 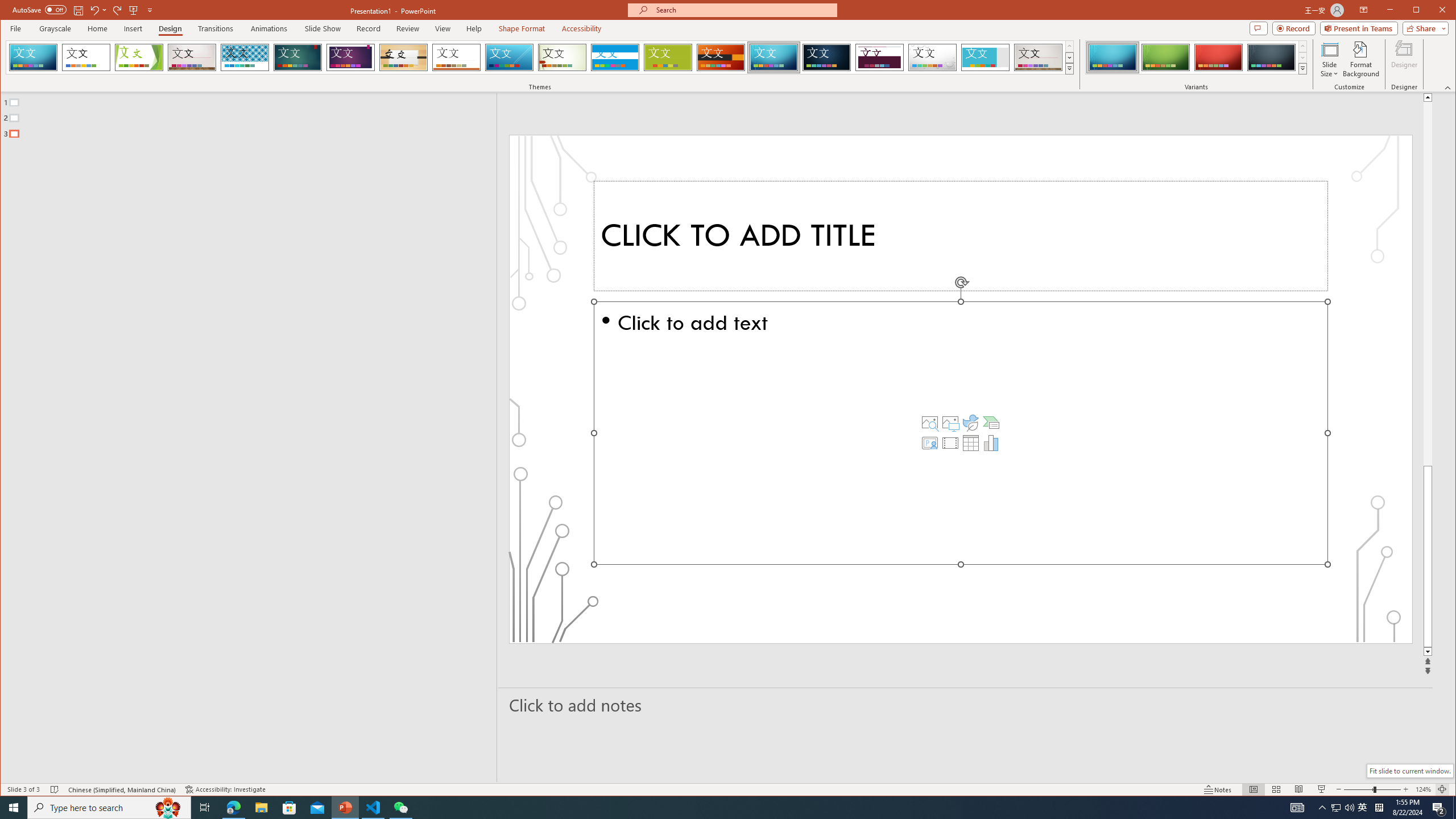 What do you see at coordinates (614, 57) in the screenshot?
I see `'Banded'` at bounding box center [614, 57].